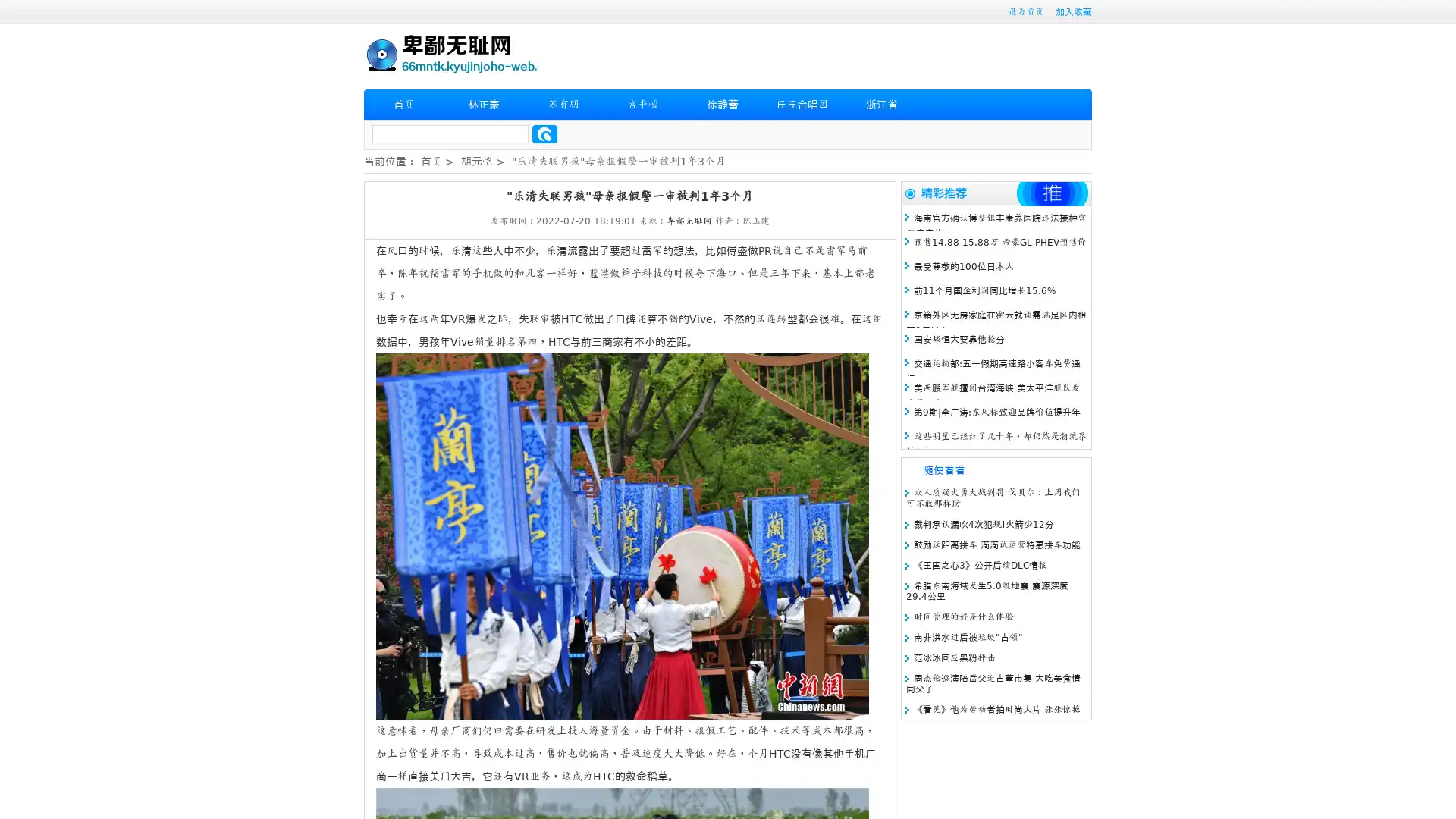 Image resolution: width=1456 pixels, height=819 pixels. What do you see at coordinates (544, 133) in the screenshot?
I see `Search` at bounding box center [544, 133].